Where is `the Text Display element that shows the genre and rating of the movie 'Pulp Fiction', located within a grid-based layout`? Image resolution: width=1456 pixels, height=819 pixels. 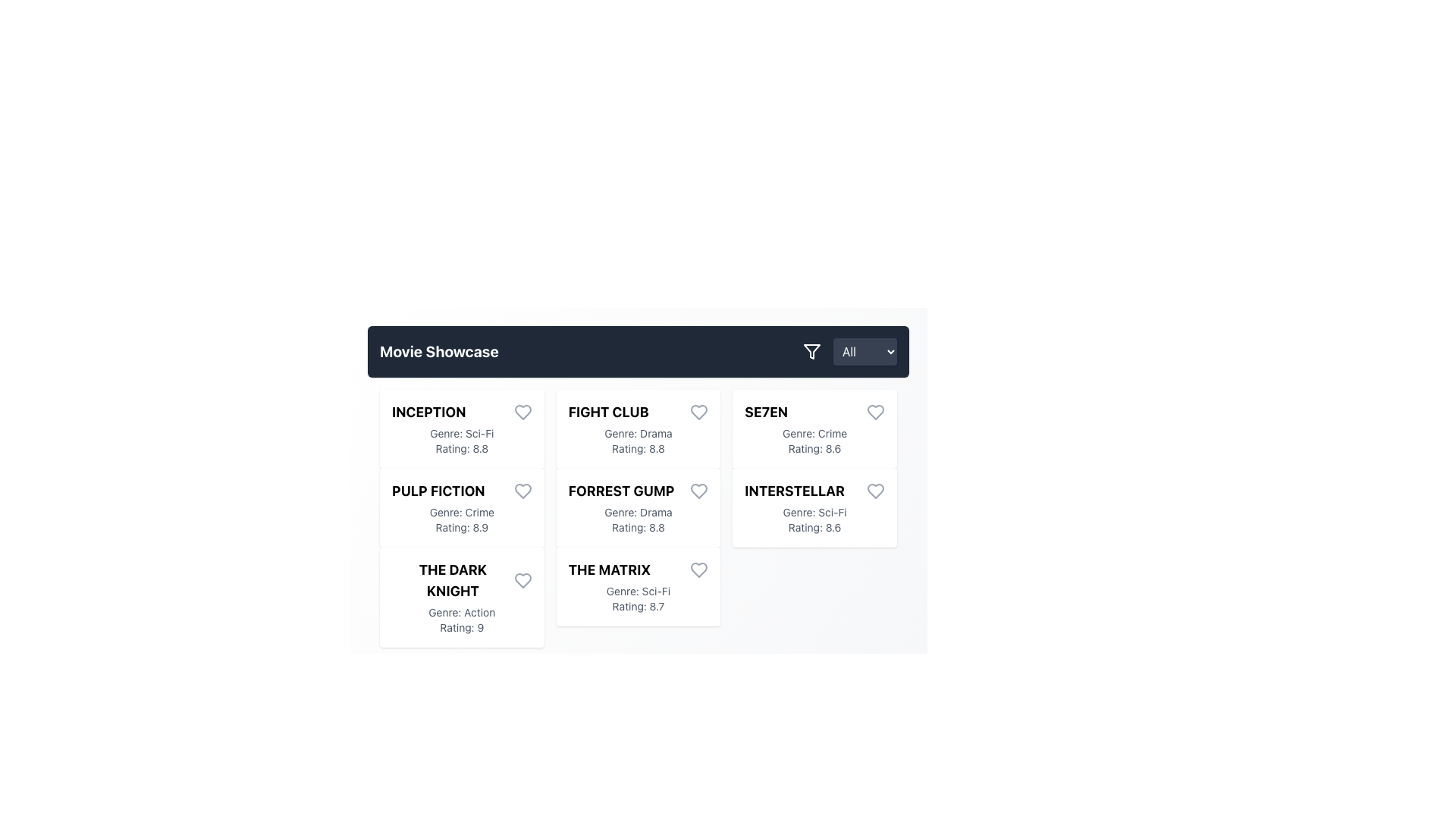 the Text Display element that shows the genre and rating of the movie 'Pulp Fiction', located within a grid-based layout is located at coordinates (461, 519).